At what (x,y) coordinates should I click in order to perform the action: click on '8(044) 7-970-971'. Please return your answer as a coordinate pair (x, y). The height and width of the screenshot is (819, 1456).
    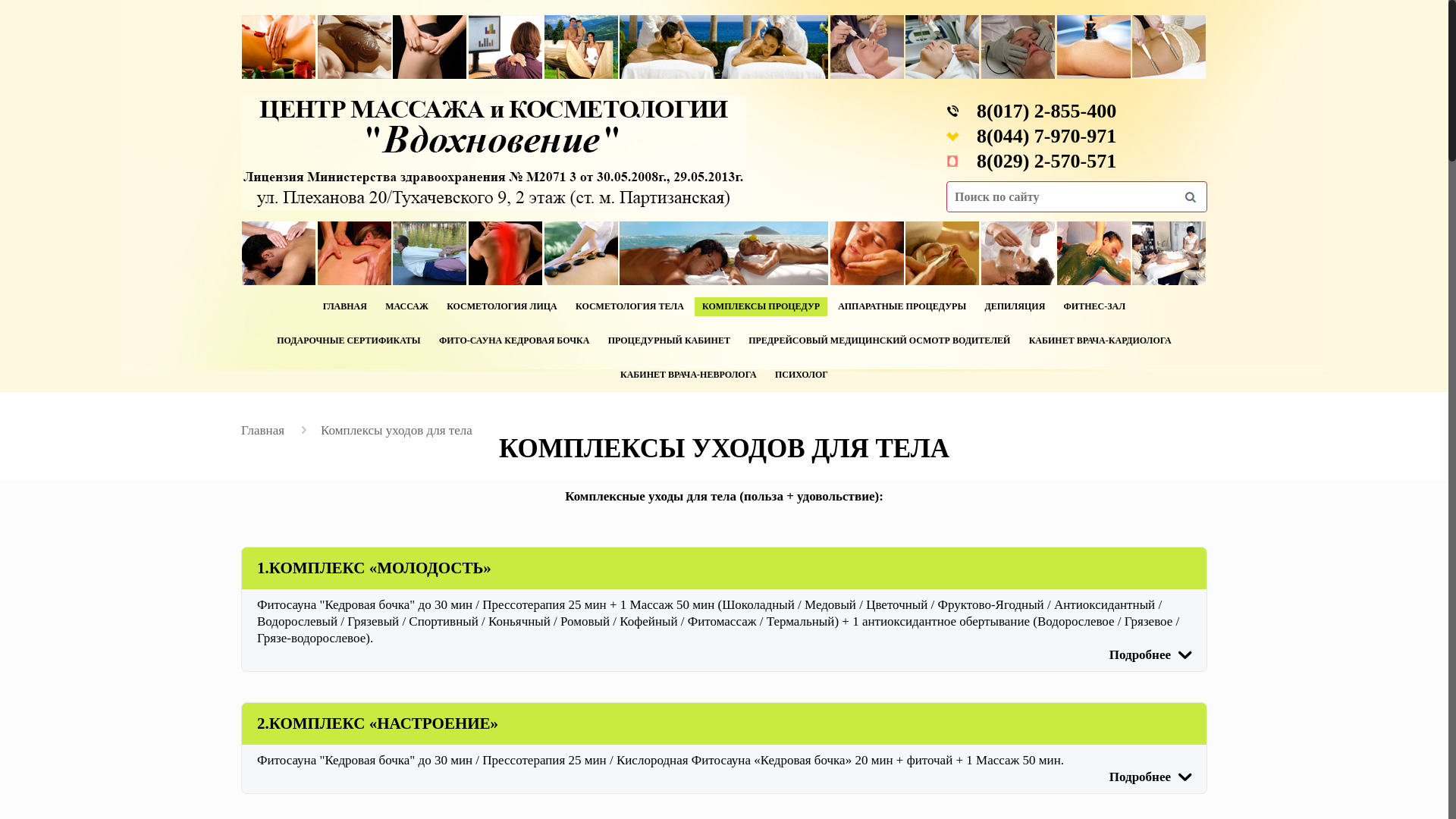
    Looking at the image, I should click on (1046, 135).